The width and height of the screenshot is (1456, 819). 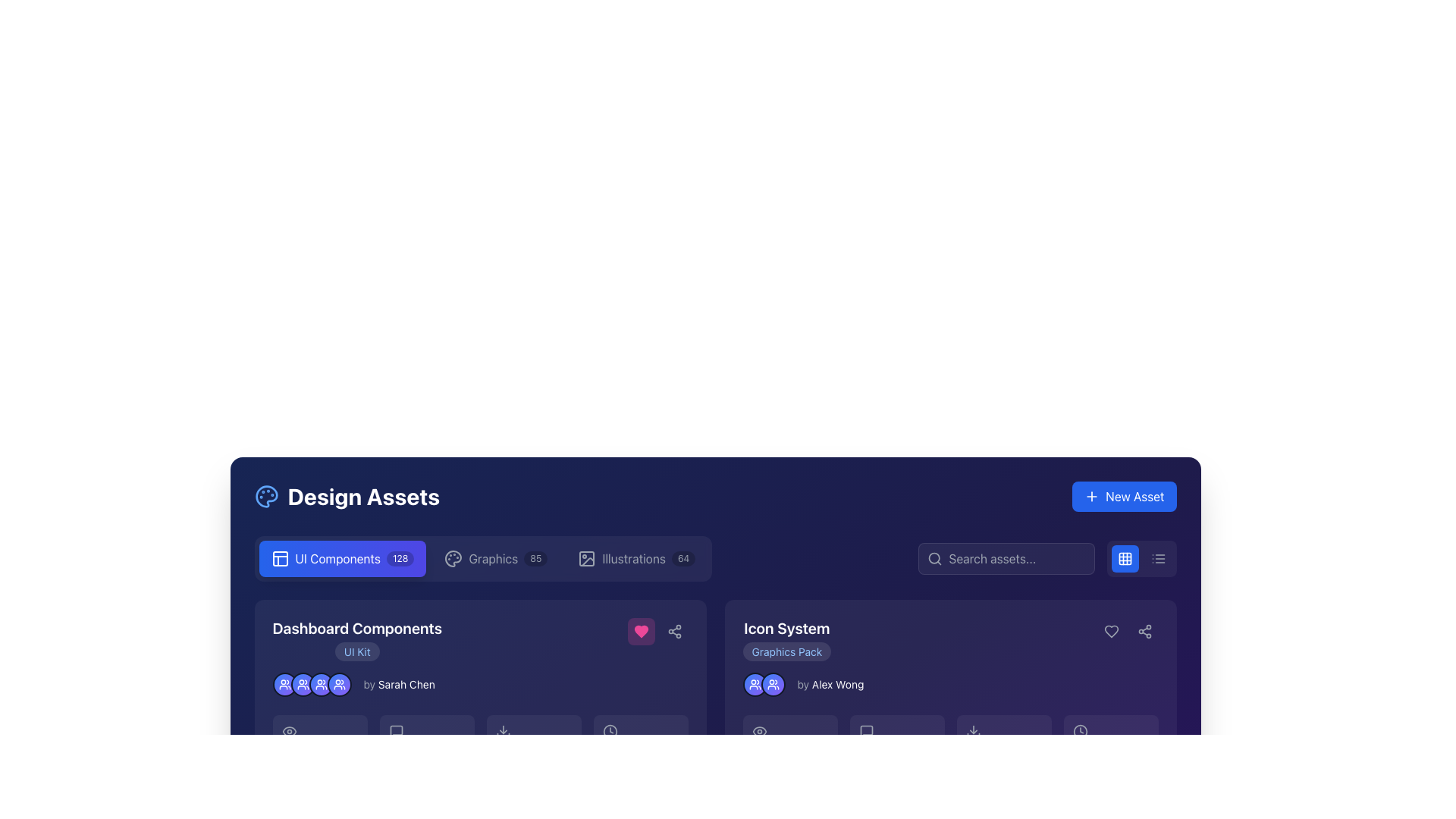 What do you see at coordinates (280, 558) in the screenshot?
I see `the 'UI Components' icon located in the top-left navigation bar labeled 'Design Assets'` at bounding box center [280, 558].